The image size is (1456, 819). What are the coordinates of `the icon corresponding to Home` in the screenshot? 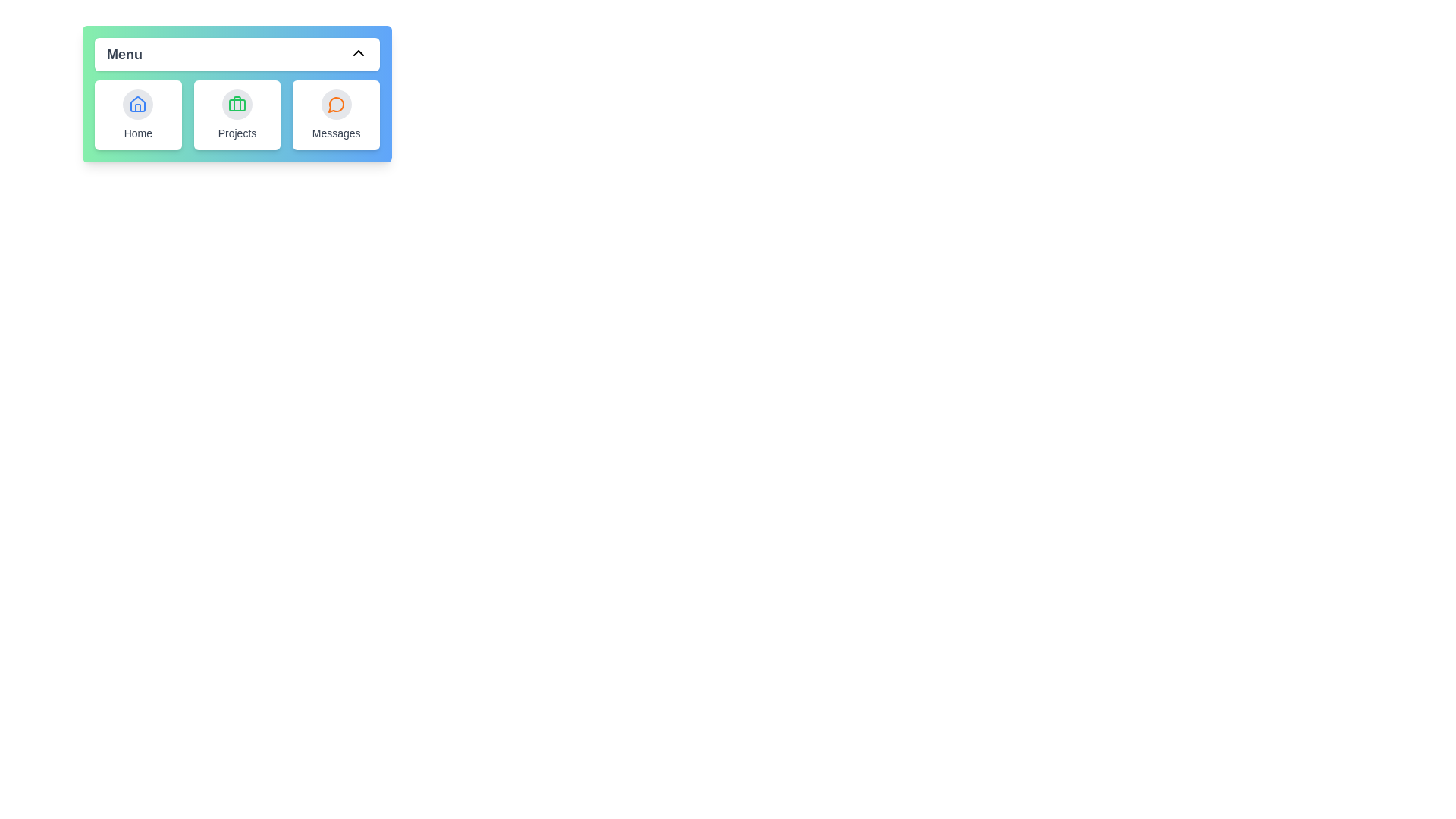 It's located at (138, 104).